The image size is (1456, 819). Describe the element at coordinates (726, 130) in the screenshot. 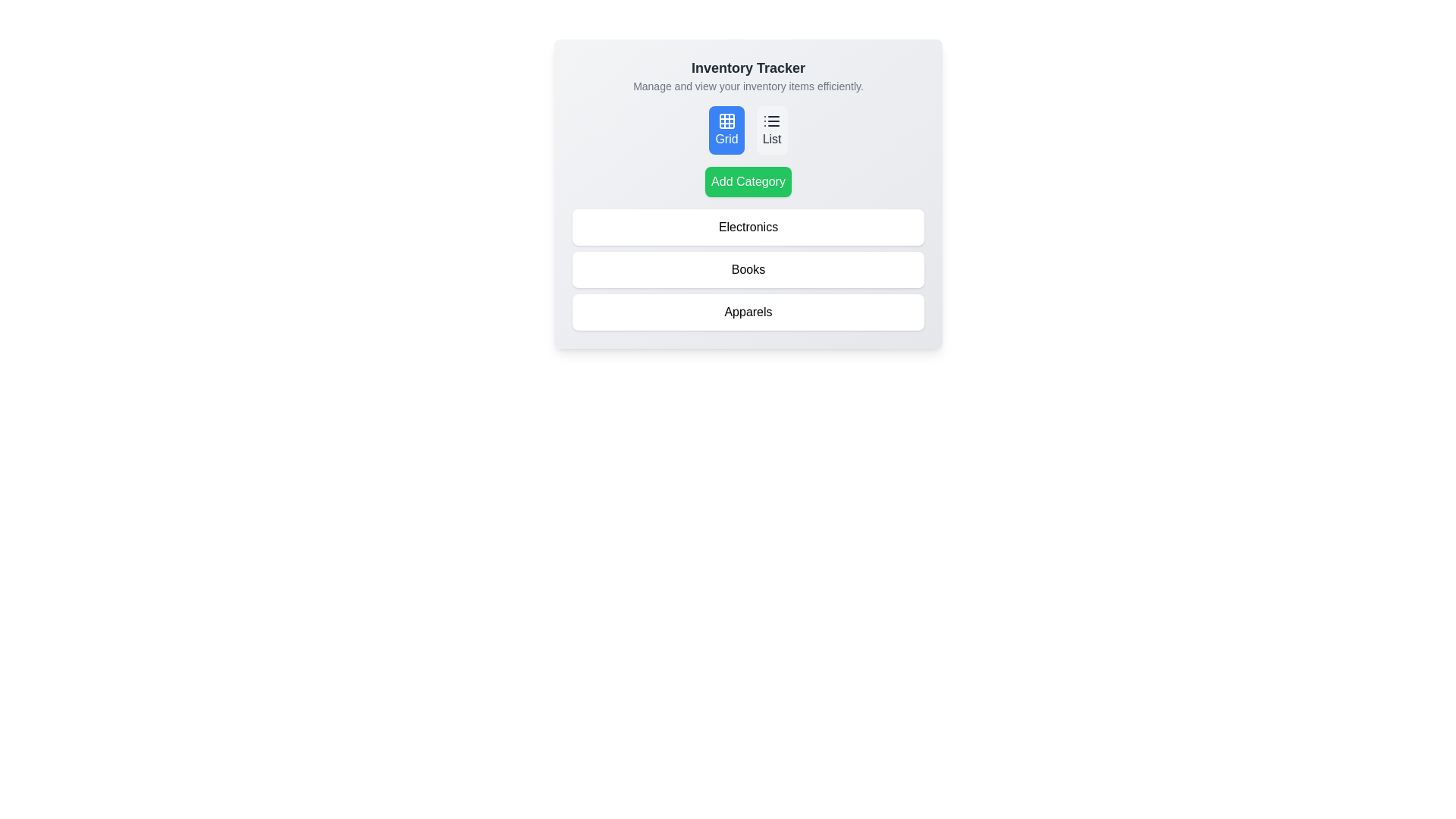

I see `the 'Grid' button which has a blue background and white text` at that location.